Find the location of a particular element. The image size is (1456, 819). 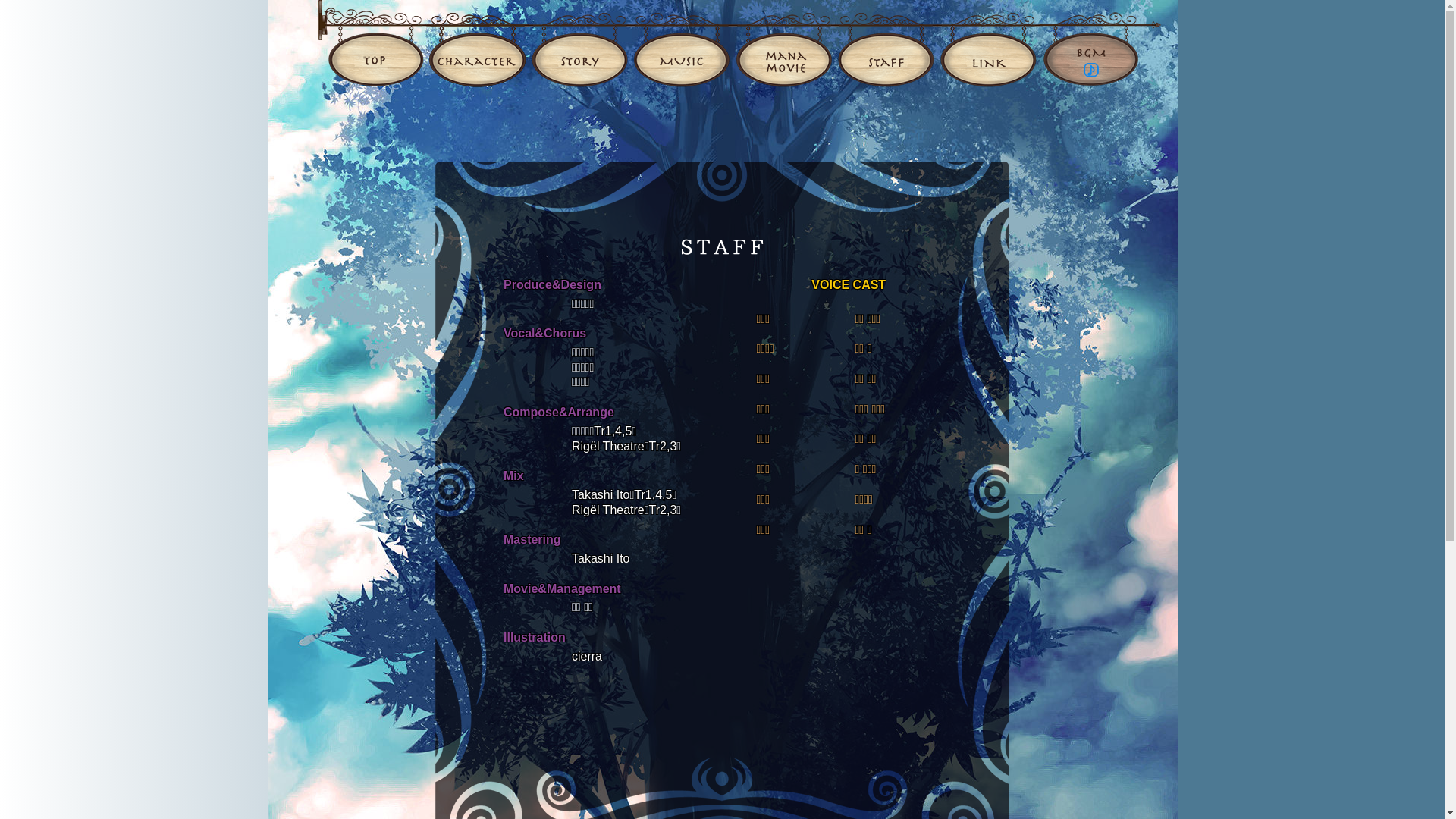

'cierra' is located at coordinates (585, 655).